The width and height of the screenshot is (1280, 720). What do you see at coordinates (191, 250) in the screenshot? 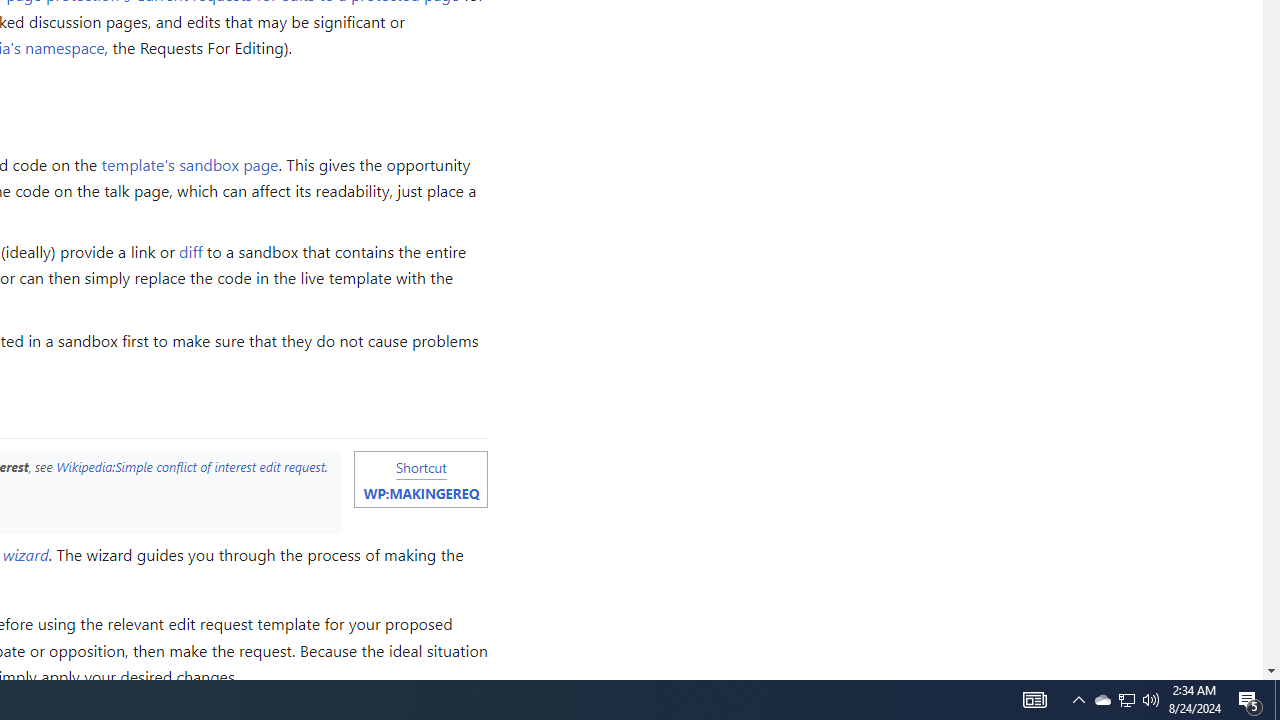
I see `'diff'` at bounding box center [191, 250].